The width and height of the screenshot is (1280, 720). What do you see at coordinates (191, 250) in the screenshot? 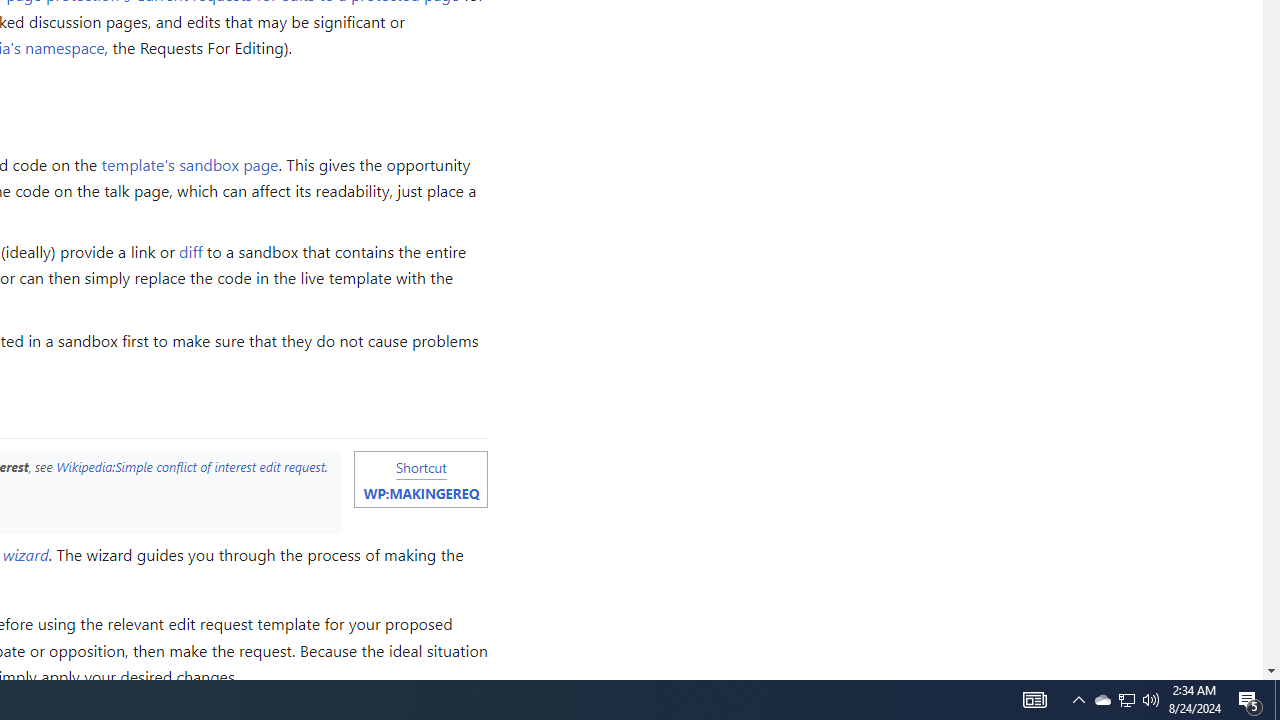
I see `'diff'` at bounding box center [191, 250].